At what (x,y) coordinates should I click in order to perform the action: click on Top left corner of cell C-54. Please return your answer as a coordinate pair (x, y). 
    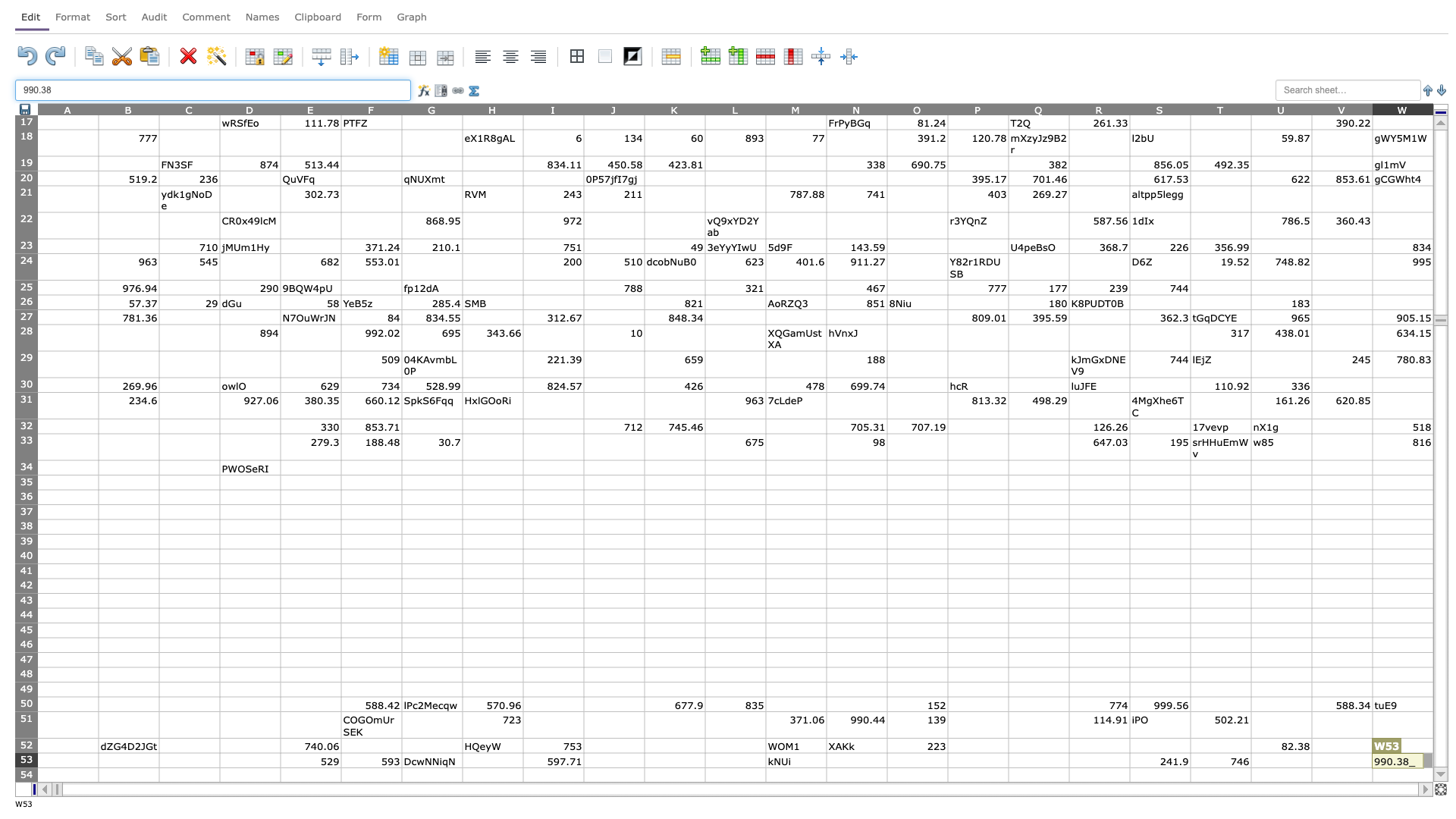
    Looking at the image, I should click on (159, 767).